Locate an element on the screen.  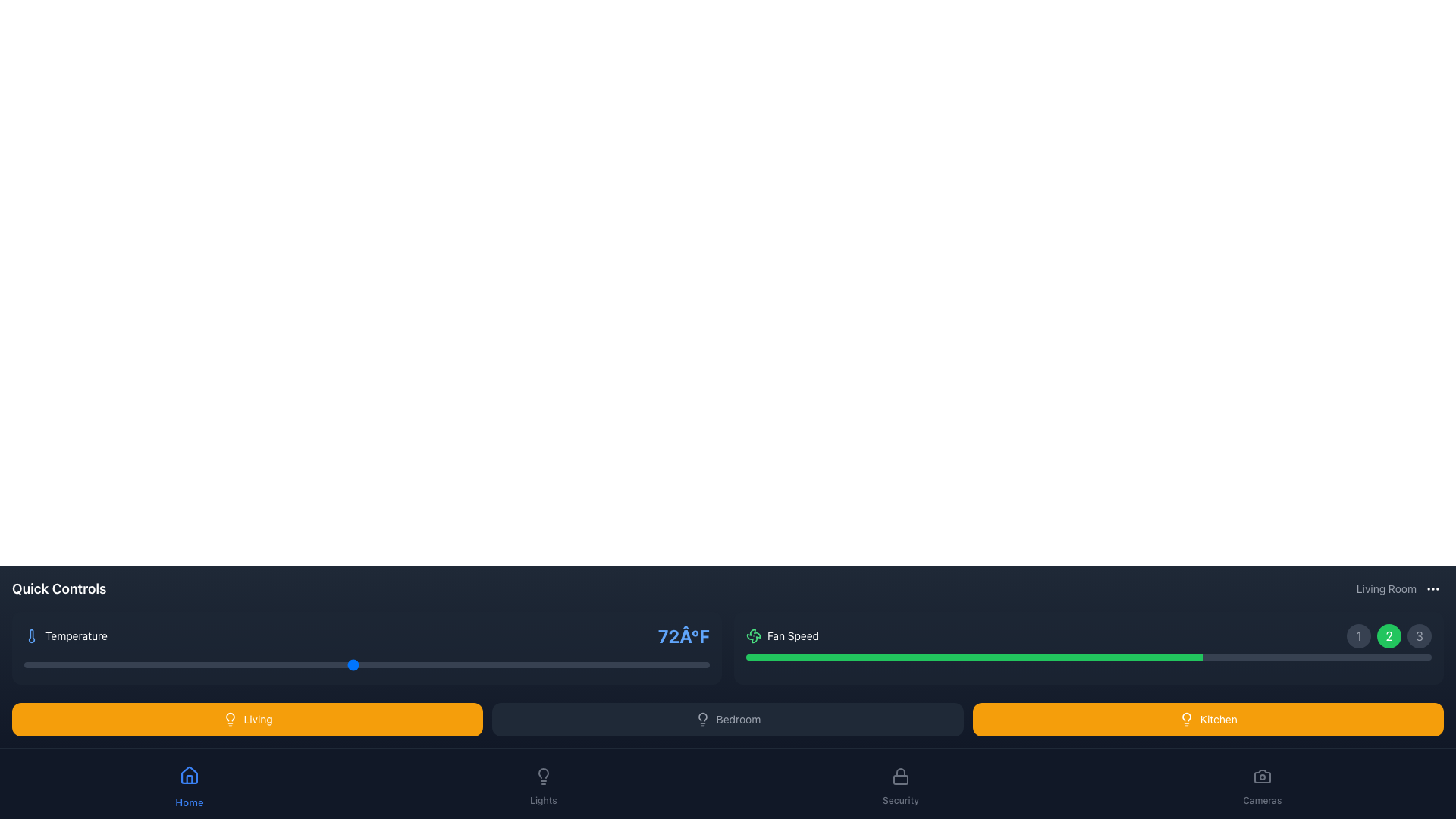
the stylized lightbulb icon, which is the fourth icon from the left in a row of icons at the bottom section of the interface is located at coordinates (543, 776).